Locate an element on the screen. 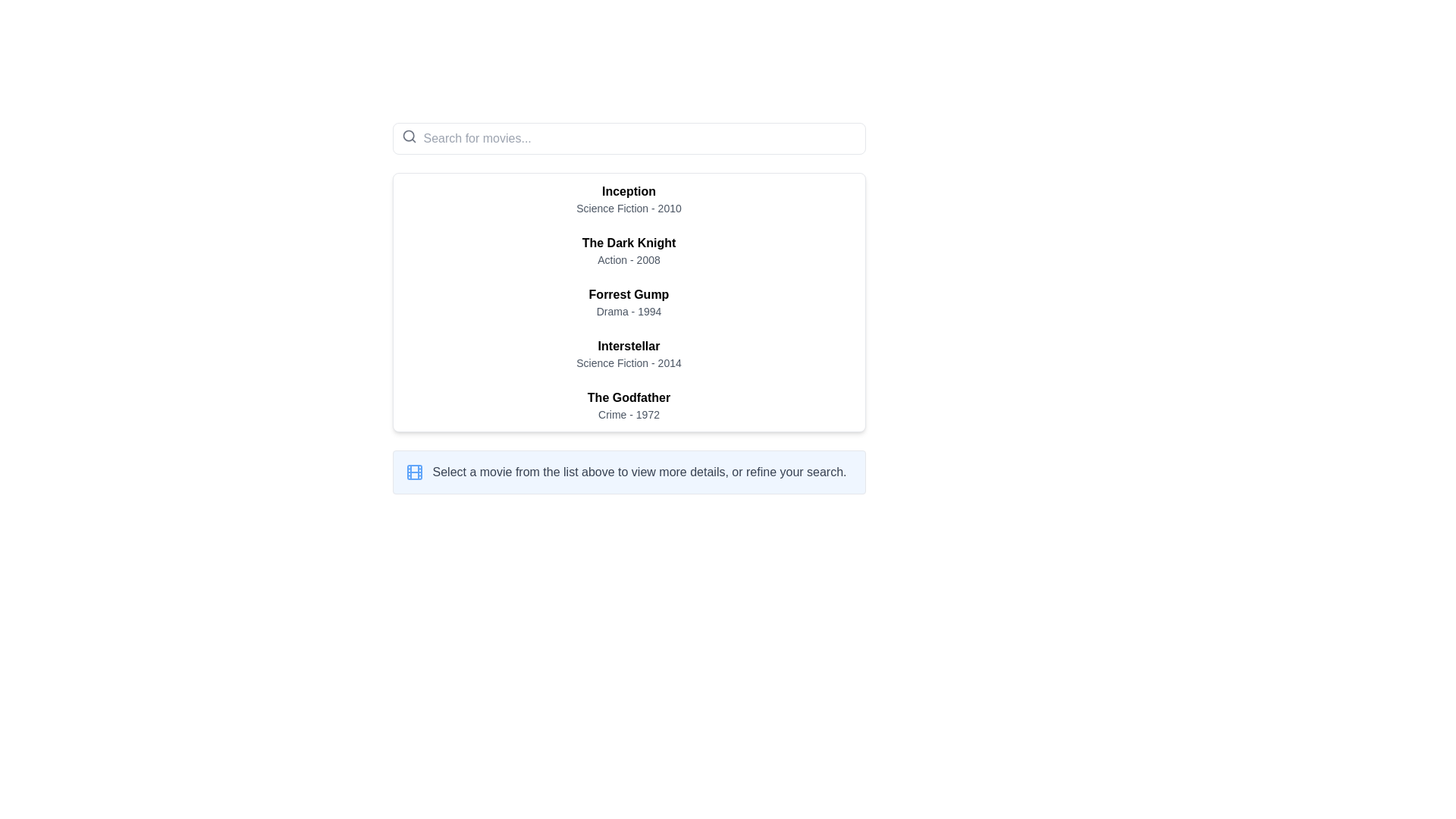 This screenshot has width=1456, height=819. the selectable list item representing the movie 'Interstellar', which is the fourth item in the dropdown menu, positioned between 'Forrest Gump - Drama - 1994' and 'The Godfather - Crime - 1972' is located at coordinates (629, 353).